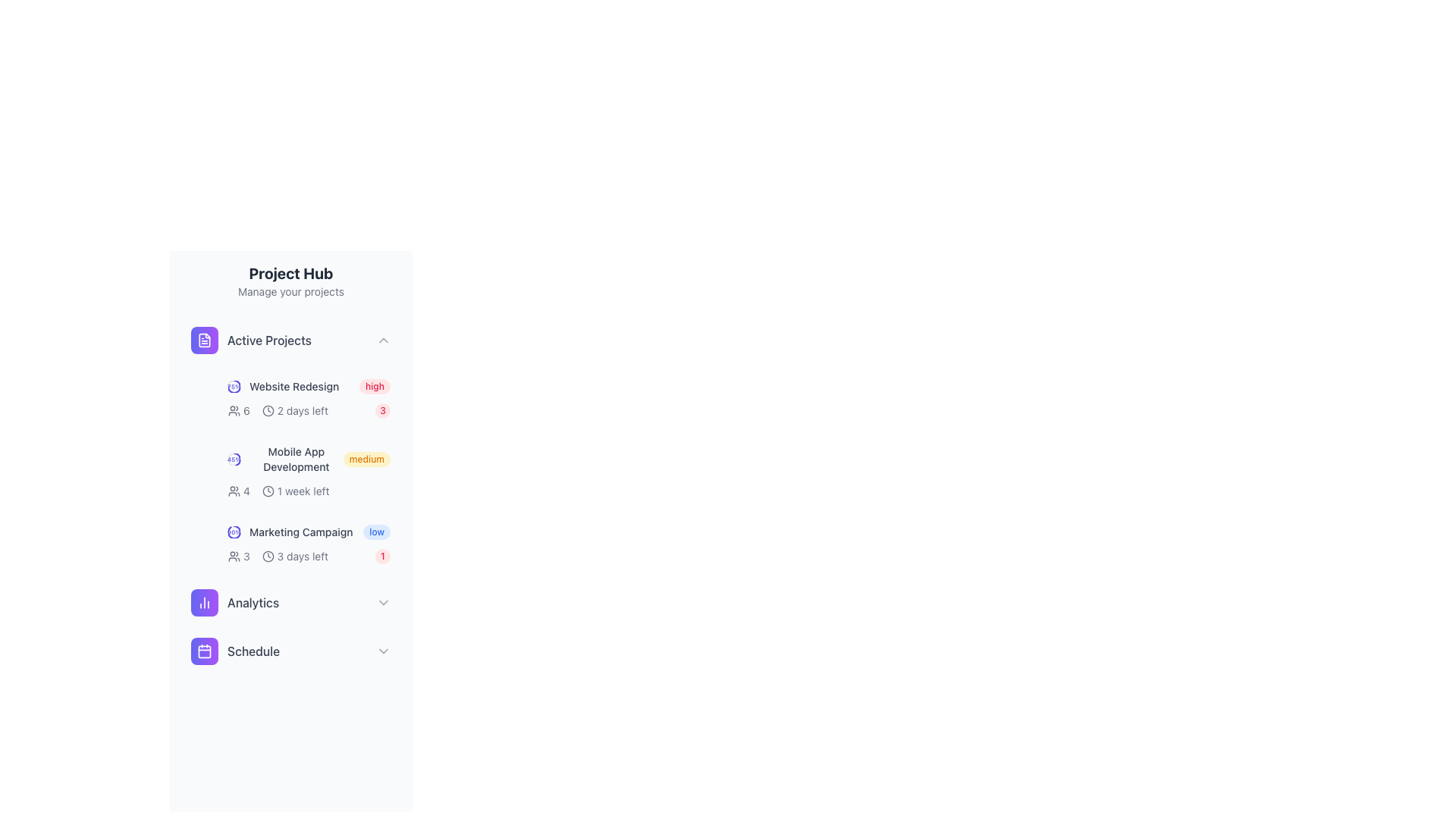  I want to click on the label of the Navigation item for viewing or managing active projects located in the left-hand sidebar under 'Project Hub', so click(251, 339).